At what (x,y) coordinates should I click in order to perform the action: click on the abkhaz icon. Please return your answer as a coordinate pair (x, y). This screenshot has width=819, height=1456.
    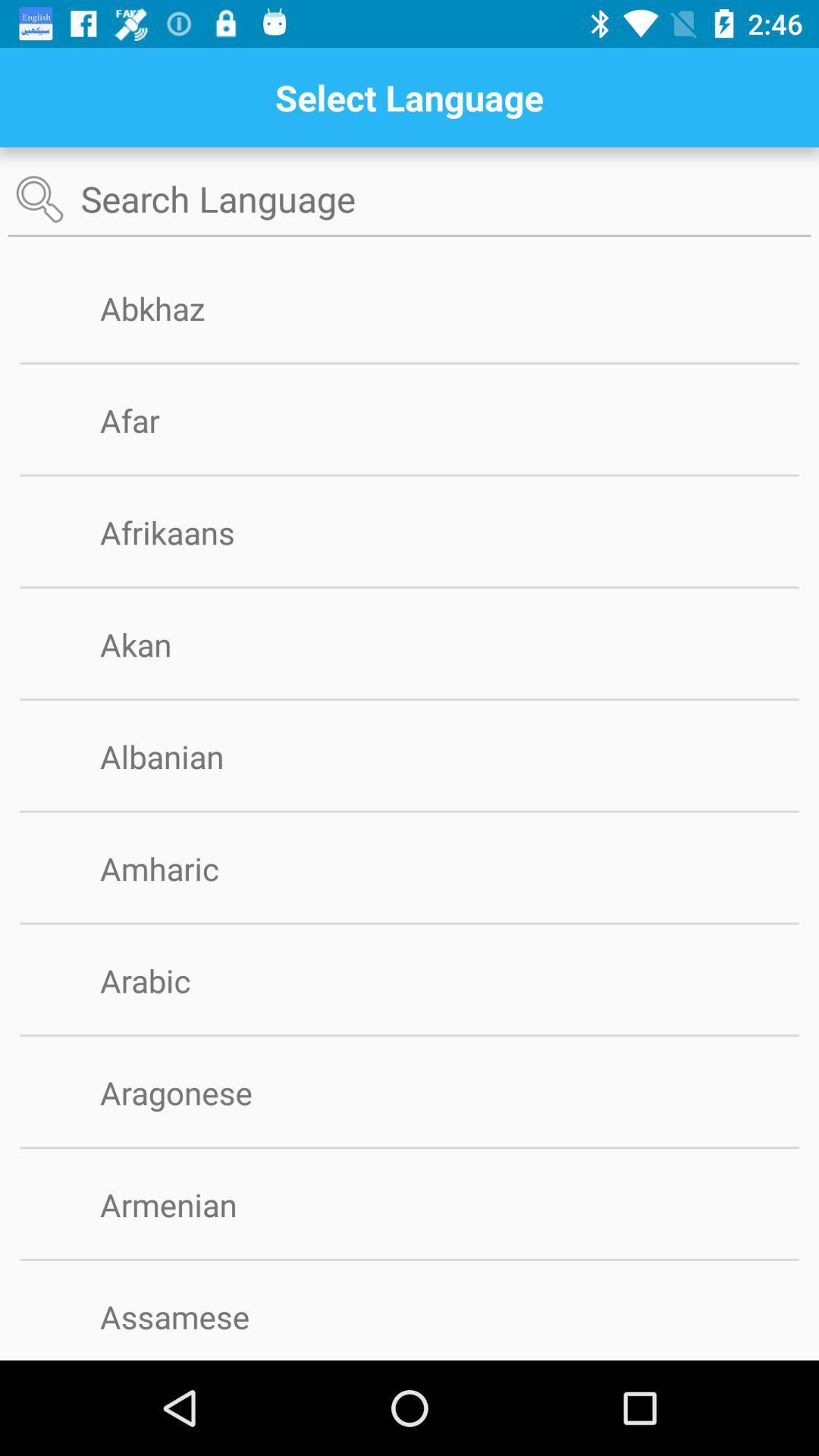
    Looking at the image, I should click on (177, 307).